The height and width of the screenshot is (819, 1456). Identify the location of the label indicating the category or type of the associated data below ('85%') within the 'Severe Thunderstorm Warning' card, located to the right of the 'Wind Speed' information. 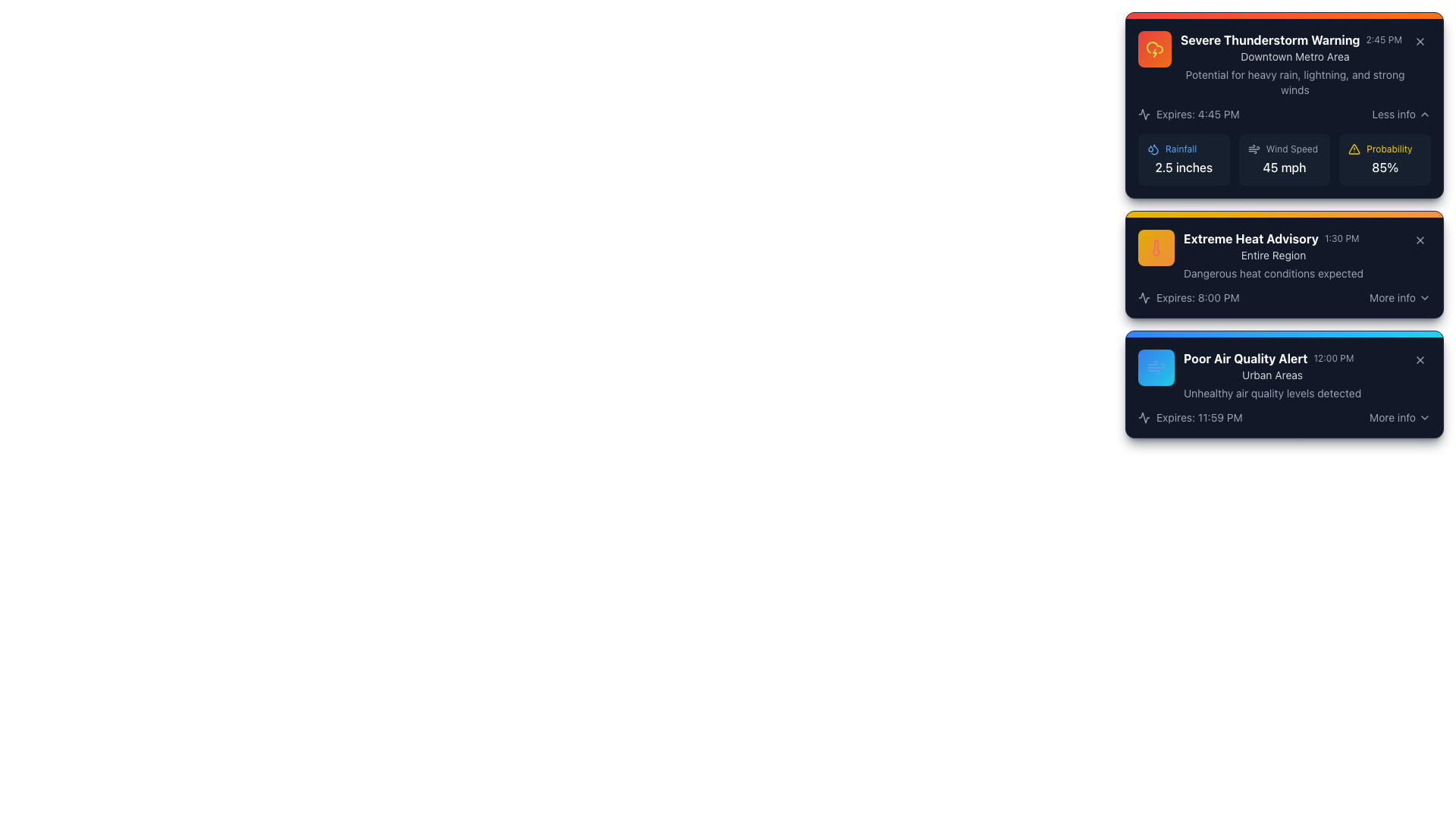
(1385, 149).